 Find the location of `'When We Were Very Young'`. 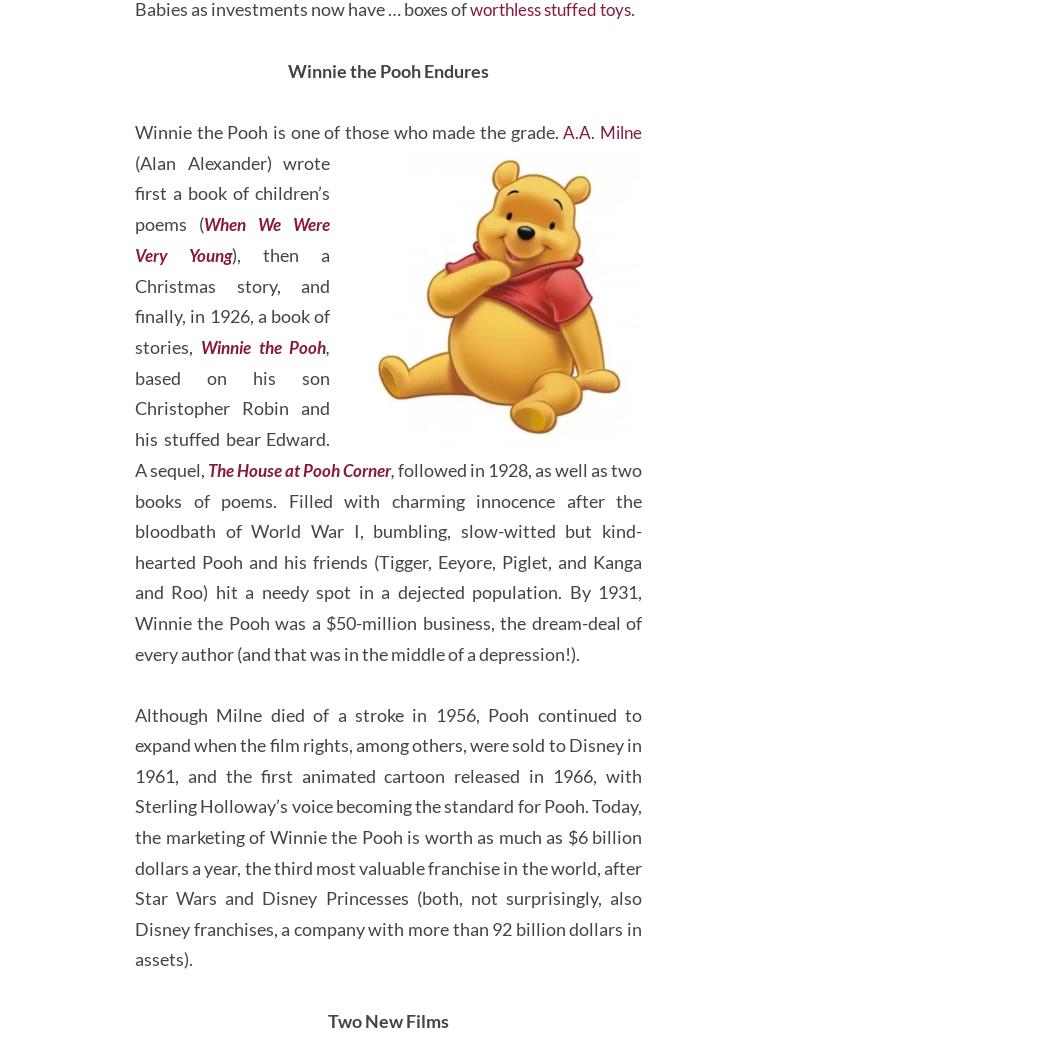

'When We Were Very Young' is located at coordinates (134, 314).